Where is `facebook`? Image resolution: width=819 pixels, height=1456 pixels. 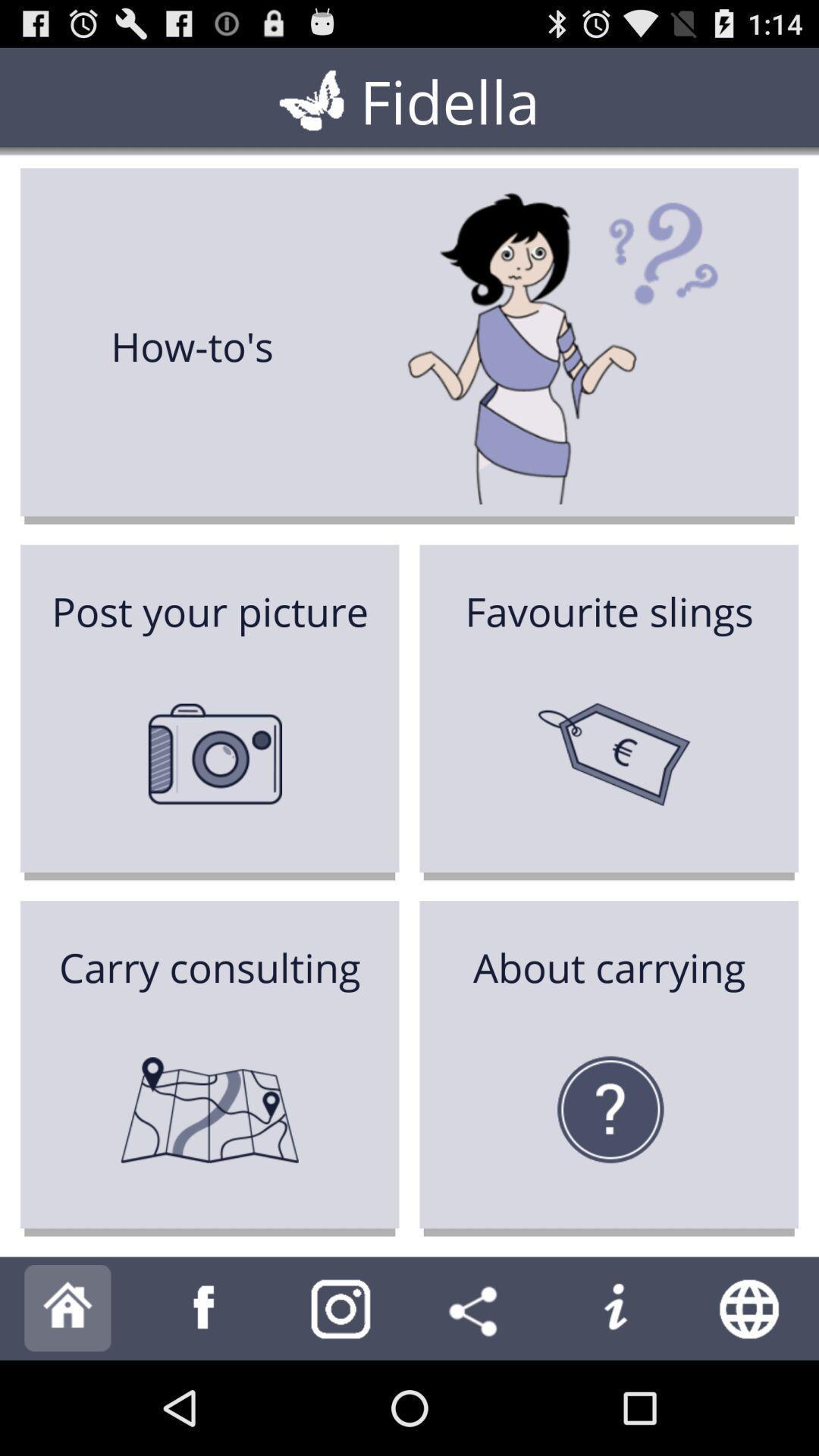
facebook is located at coordinates (205, 1307).